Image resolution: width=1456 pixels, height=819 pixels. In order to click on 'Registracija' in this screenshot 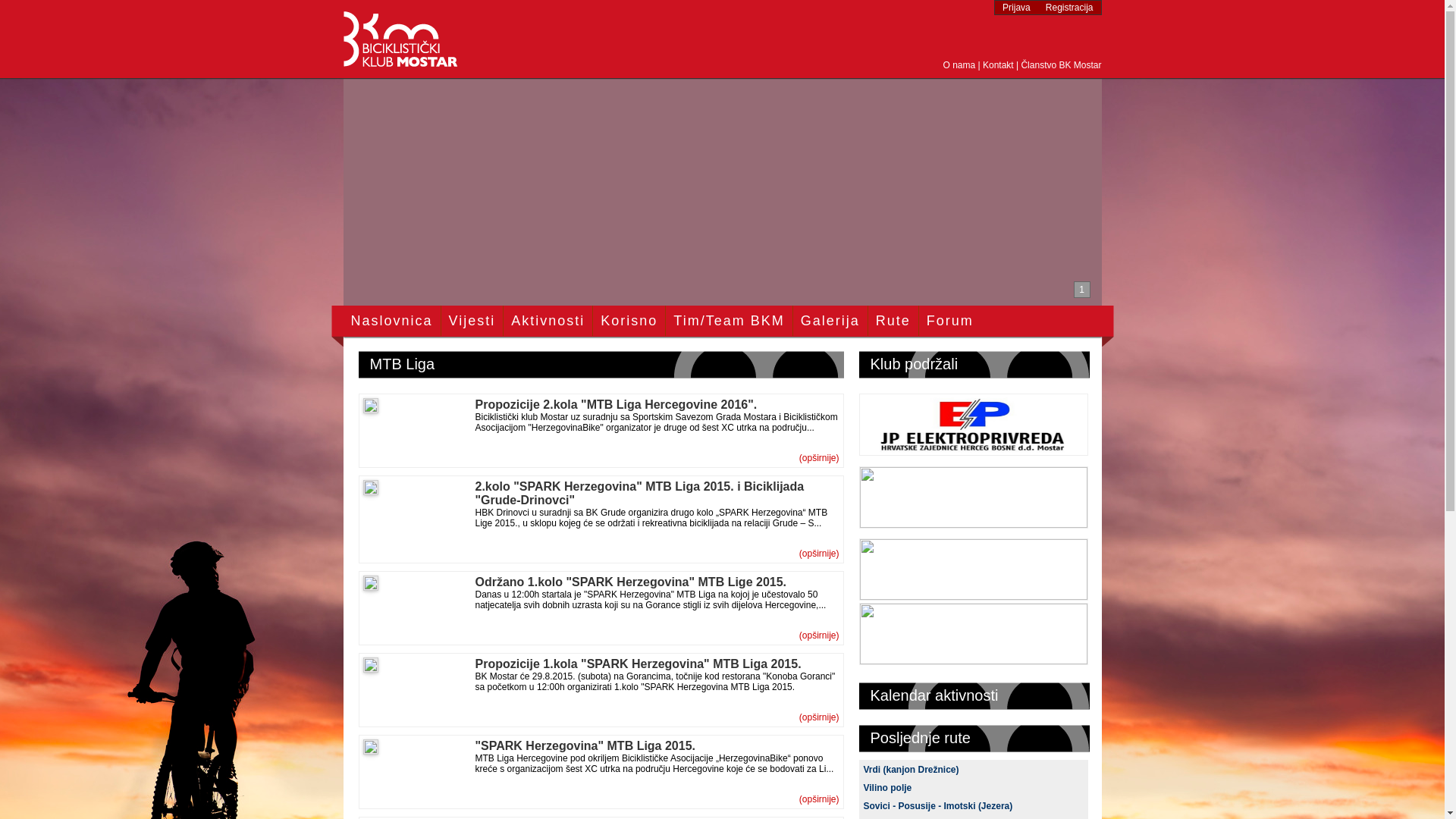, I will do `click(1068, 8)`.